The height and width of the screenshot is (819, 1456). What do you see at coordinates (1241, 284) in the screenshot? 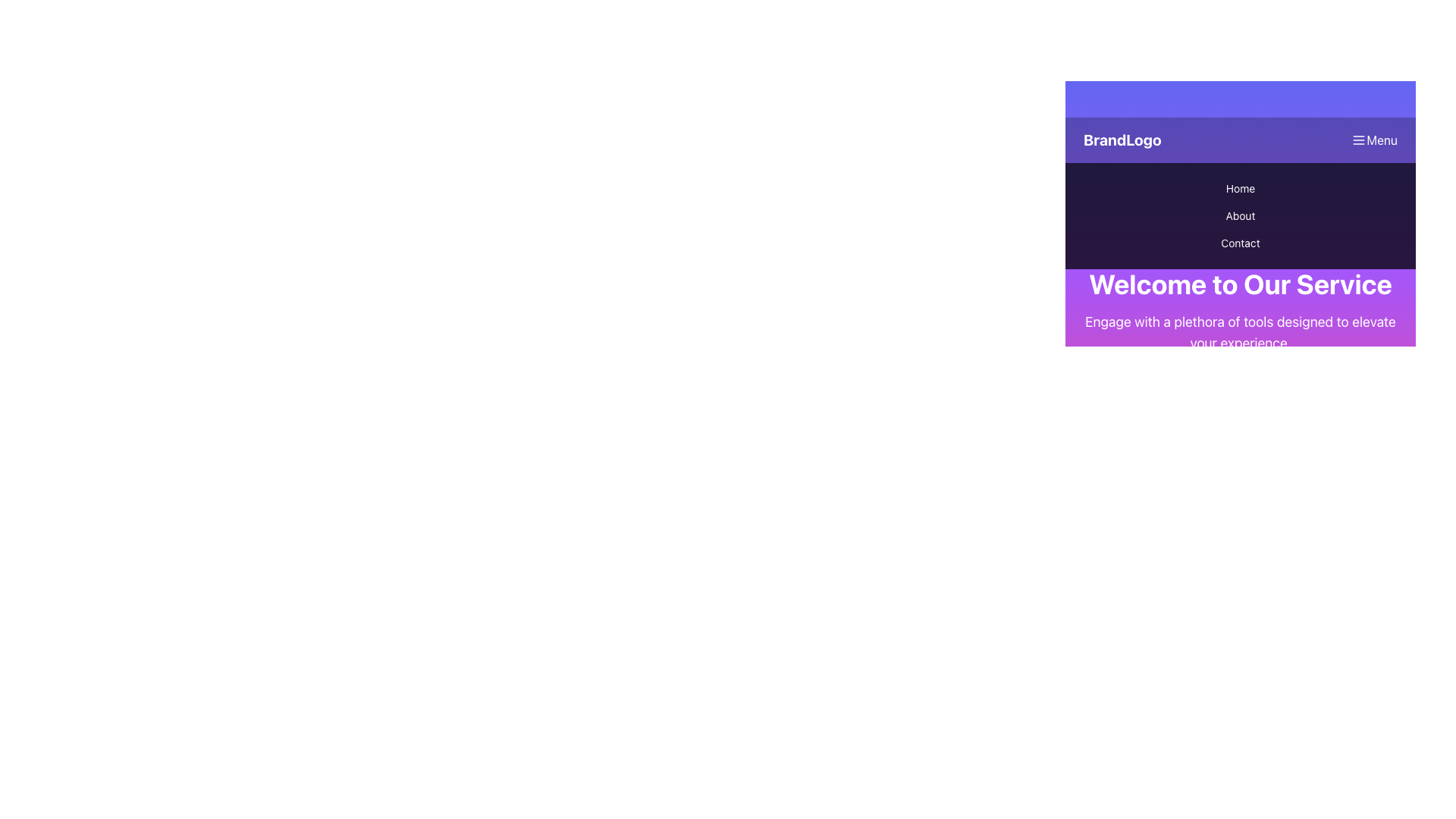
I see `the Text Display element that serves as a heading or title, welcoming the user to the service, located at the top of the central section of the UI` at bounding box center [1241, 284].